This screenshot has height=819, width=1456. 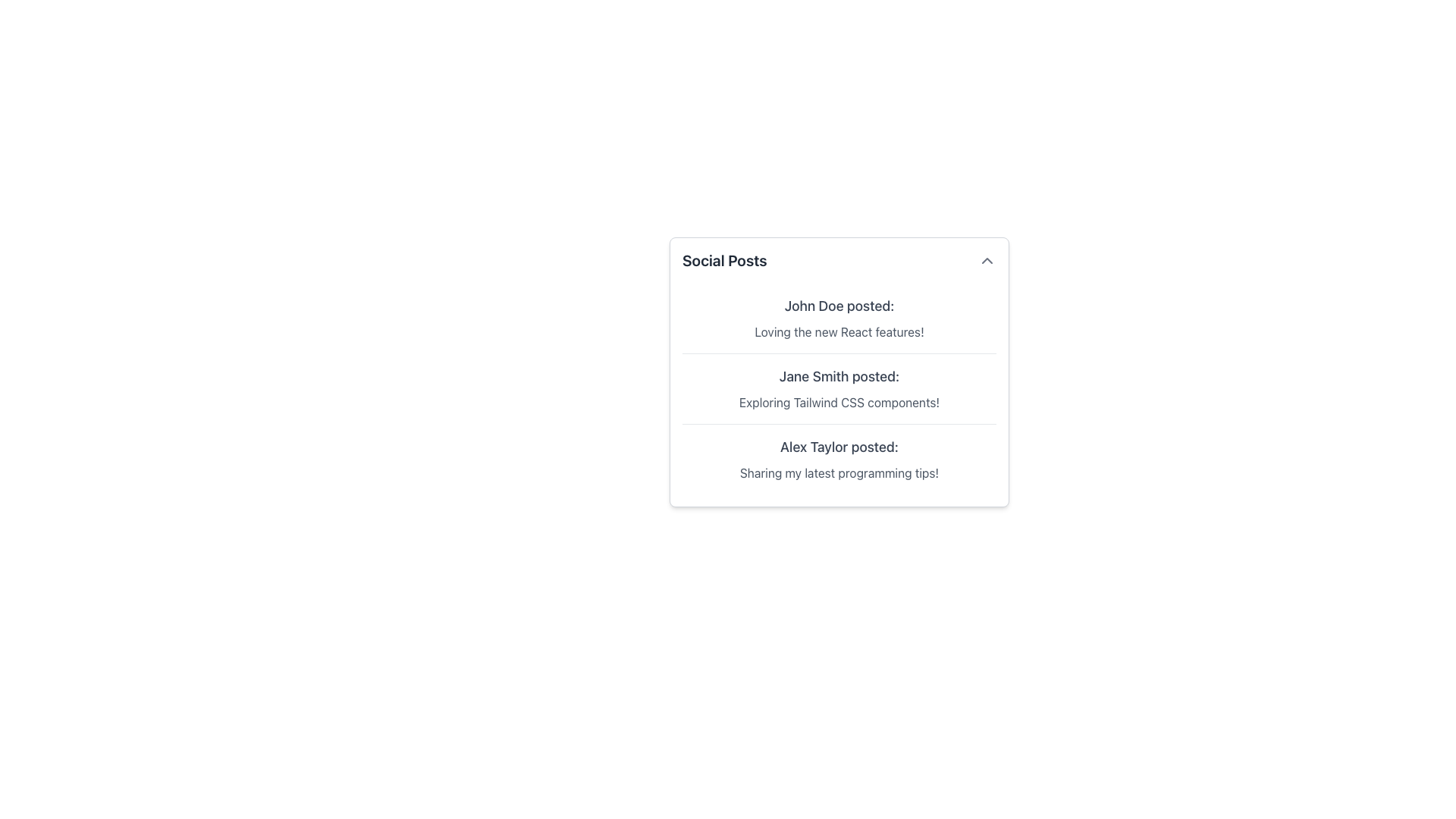 I want to click on the text content display that shows 'Jane Smith posted:' and 'Exploring Tailwind CSS components!' in a vertical listing of user posts, so click(x=839, y=388).